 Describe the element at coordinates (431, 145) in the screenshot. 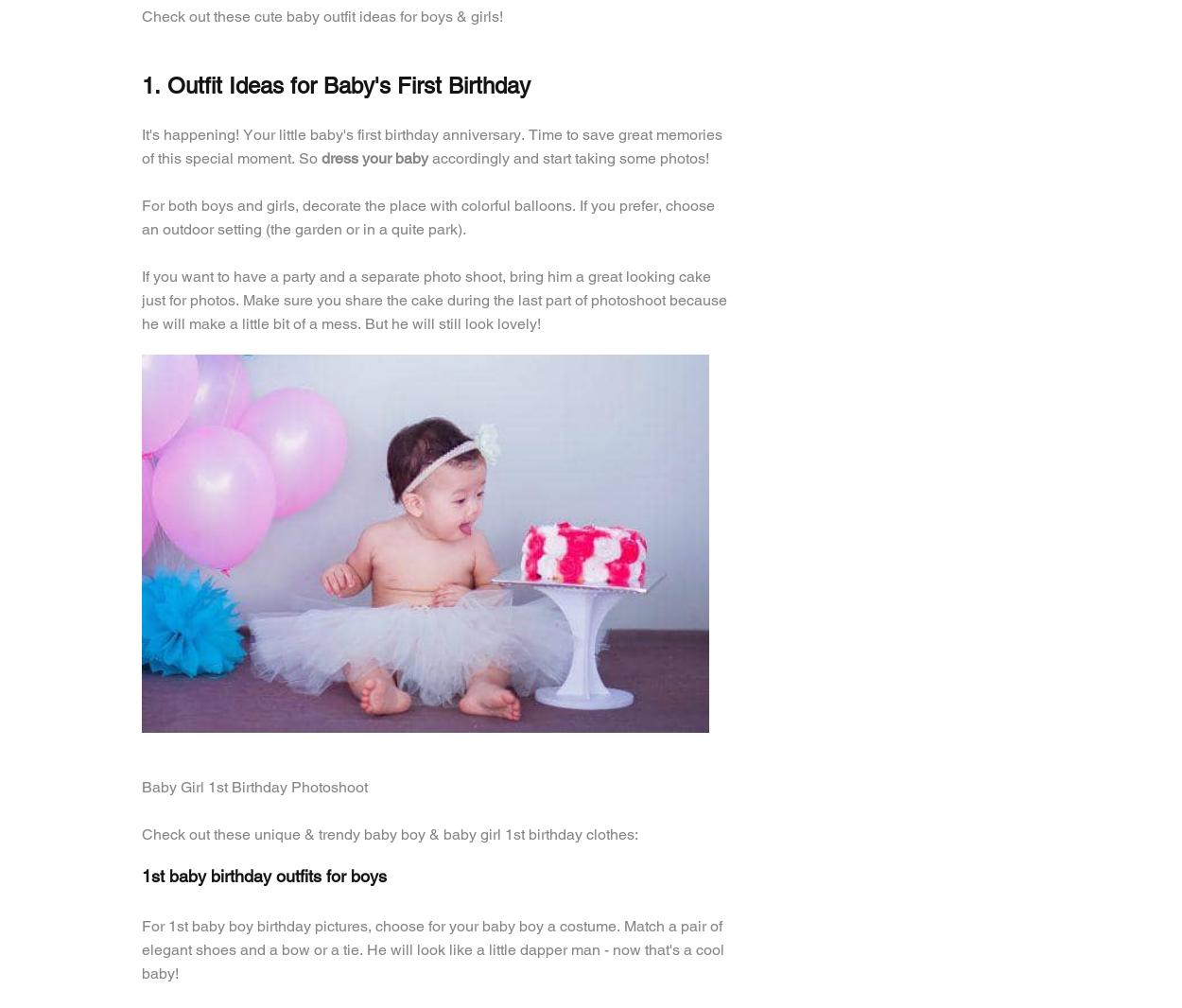

I see `'It's happening! Your little baby's first birthday anniversary. Time to save great memories of this special moment. So'` at that location.